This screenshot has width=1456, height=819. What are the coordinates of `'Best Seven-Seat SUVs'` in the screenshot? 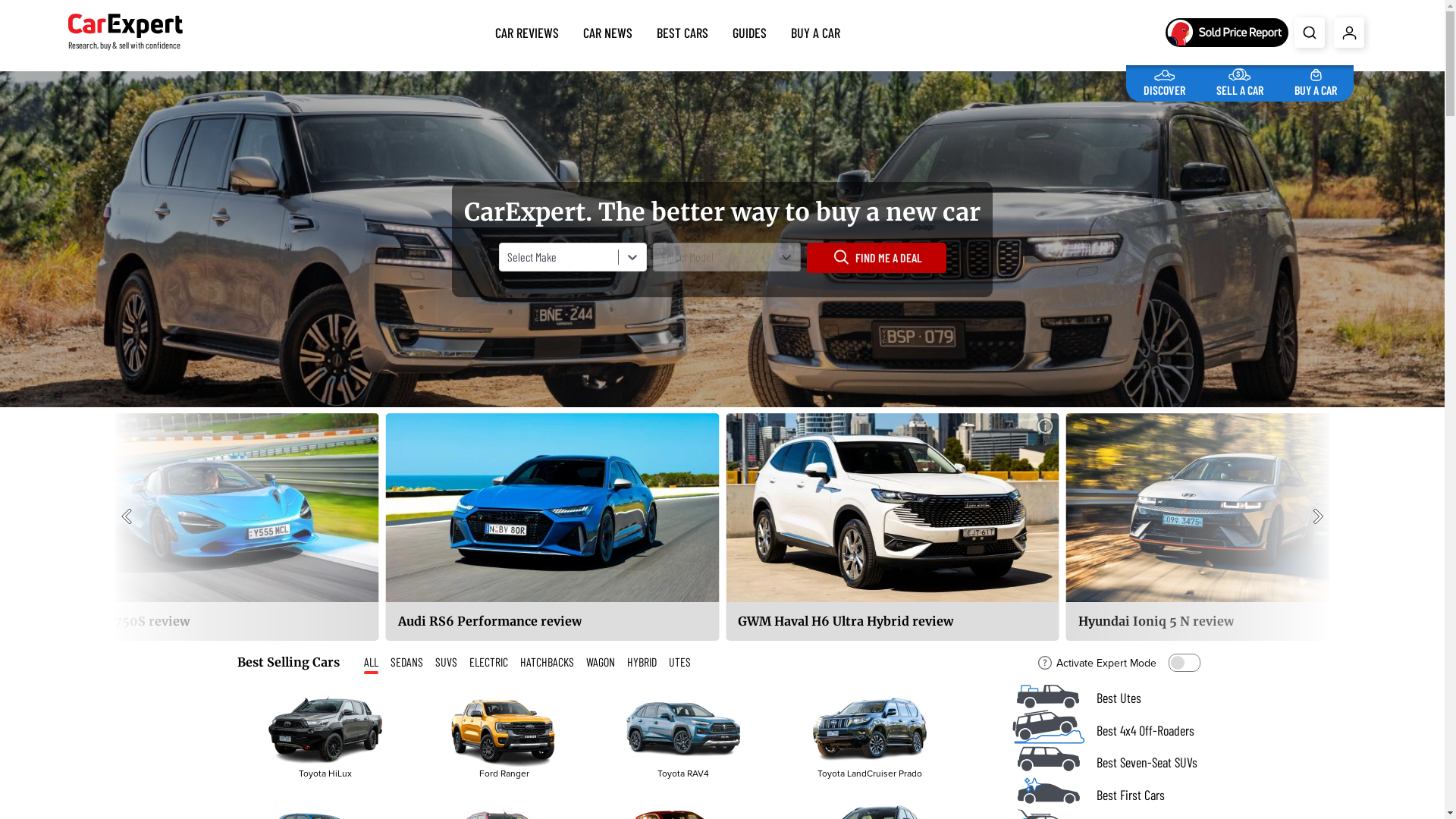 It's located at (1109, 762).